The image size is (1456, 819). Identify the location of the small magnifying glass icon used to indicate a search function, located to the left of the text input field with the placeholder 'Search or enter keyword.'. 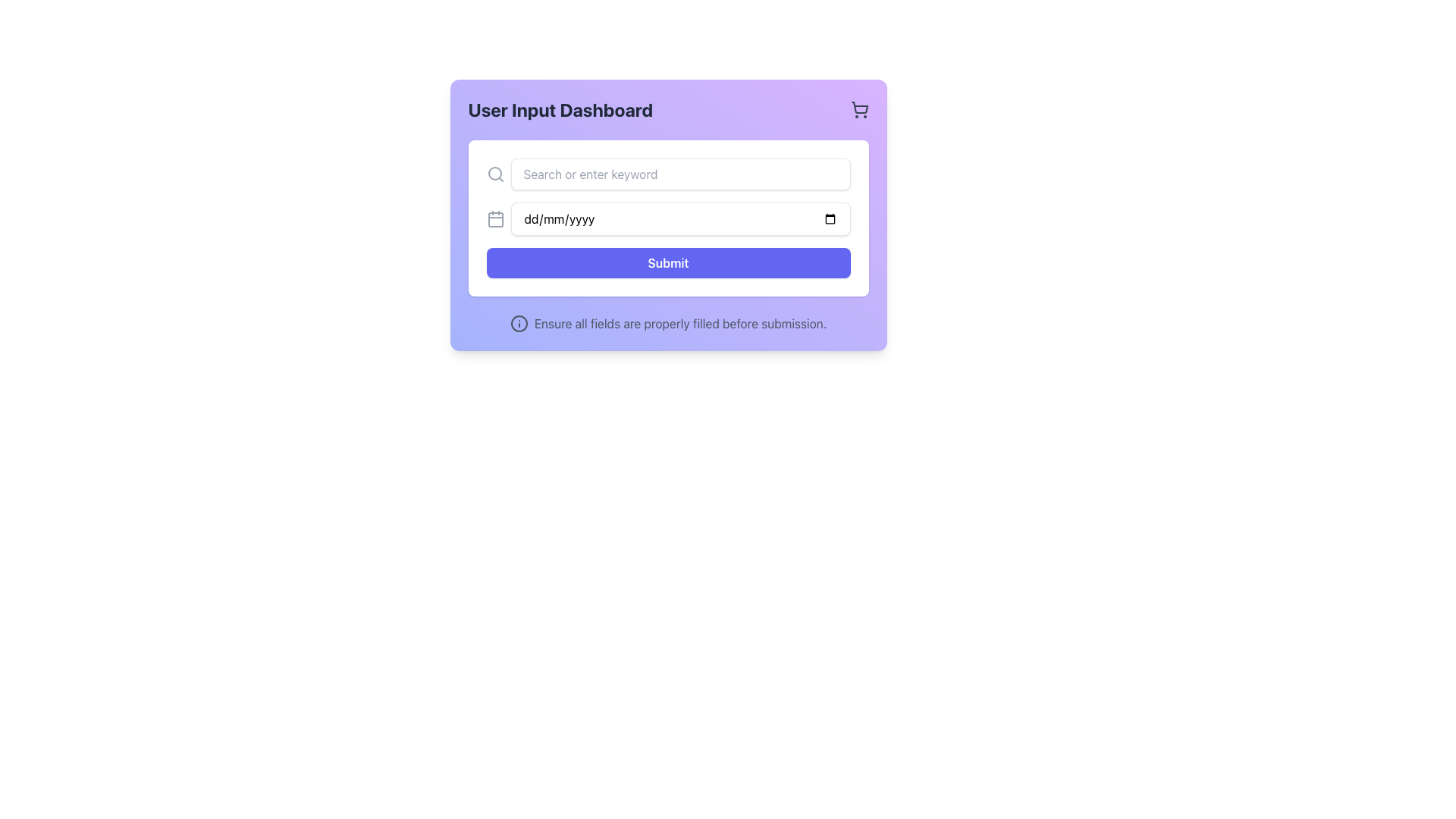
(495, 174).